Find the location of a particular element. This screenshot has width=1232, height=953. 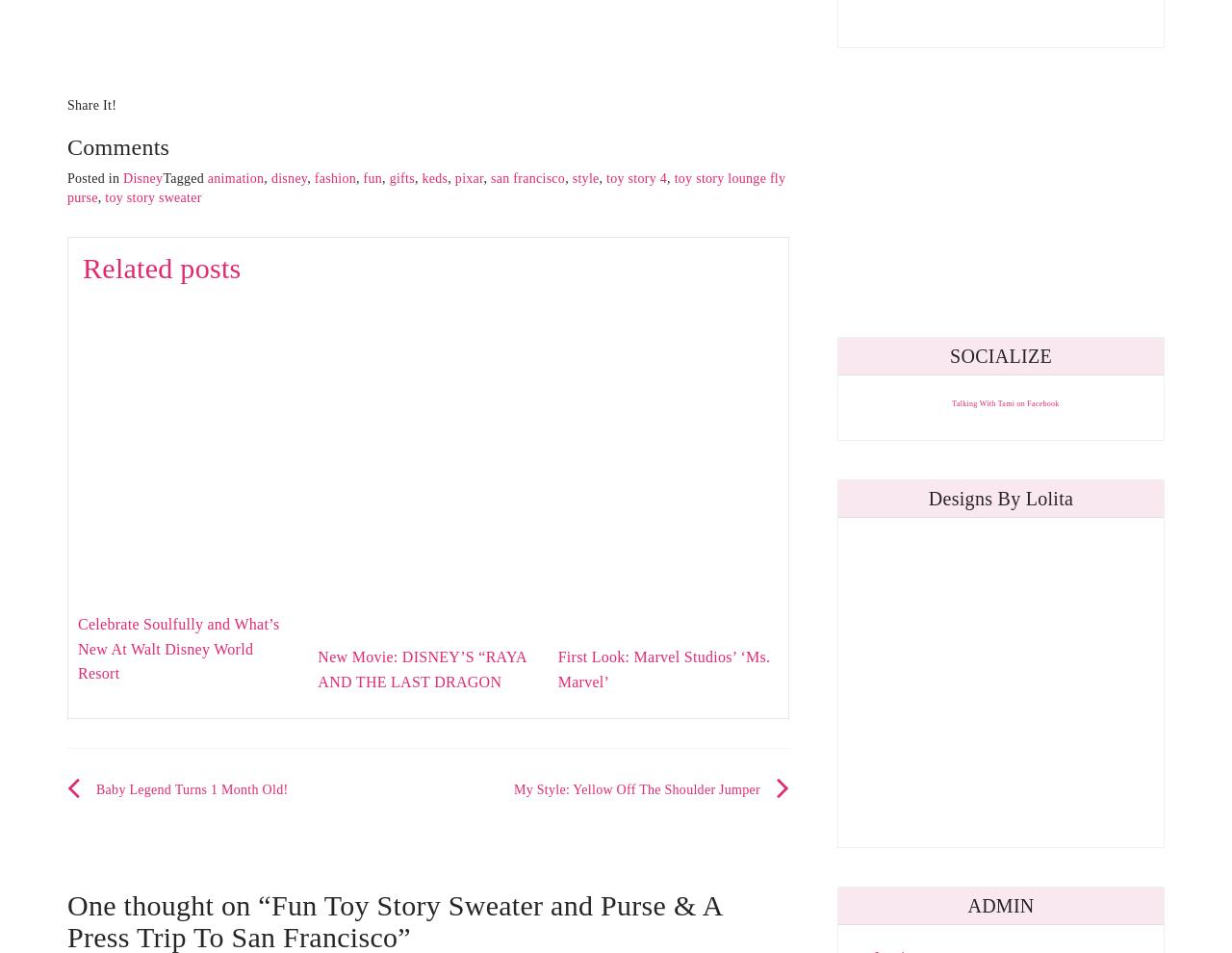

'Talking With Tami on Facebook' is located at coordinates (952, 402).